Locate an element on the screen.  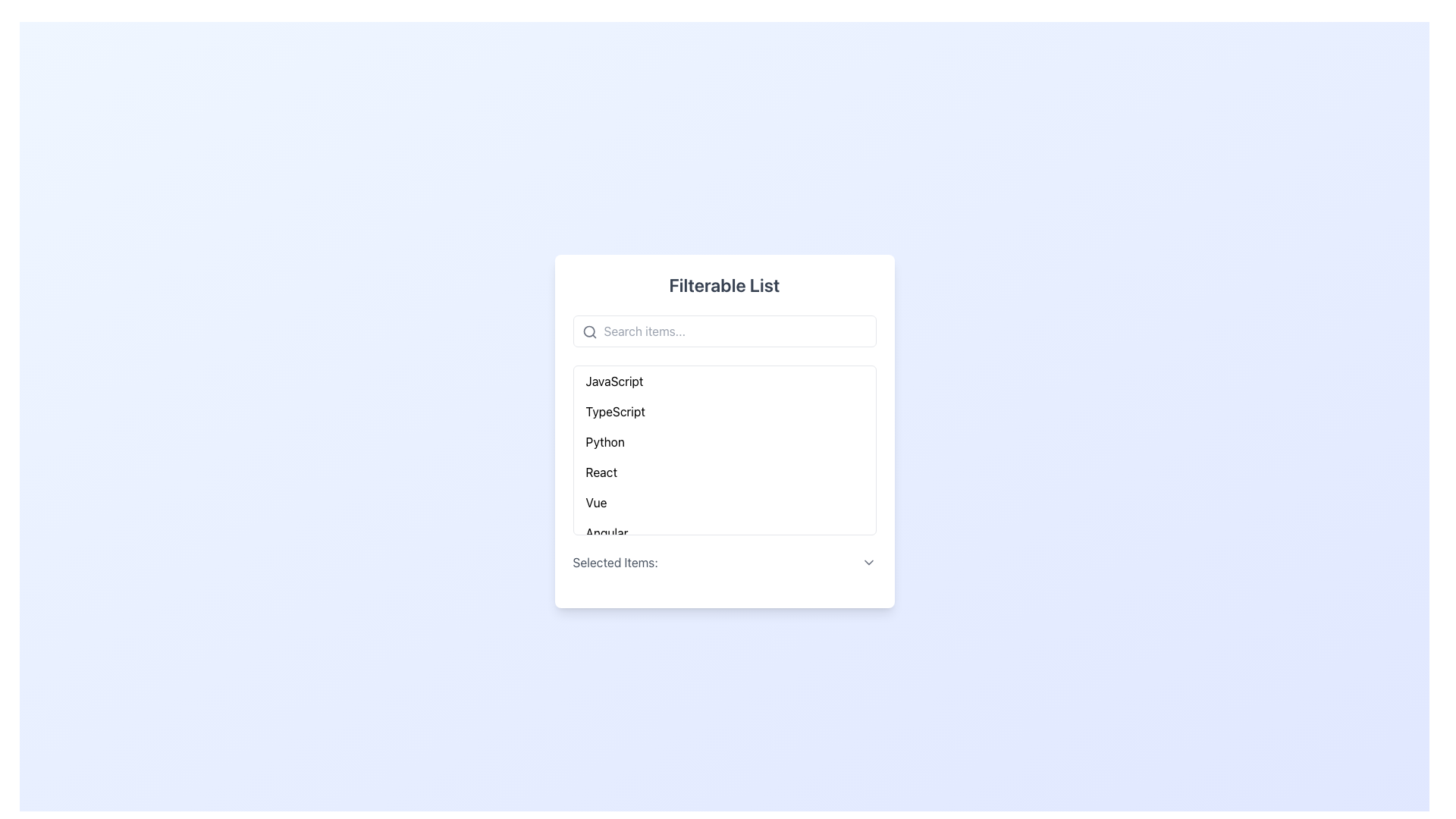
the fifth selectable item in the dropdown list, which represents 'Vue', located centrally between 'React' and 'Angular' is located at coordinates (723, 503).